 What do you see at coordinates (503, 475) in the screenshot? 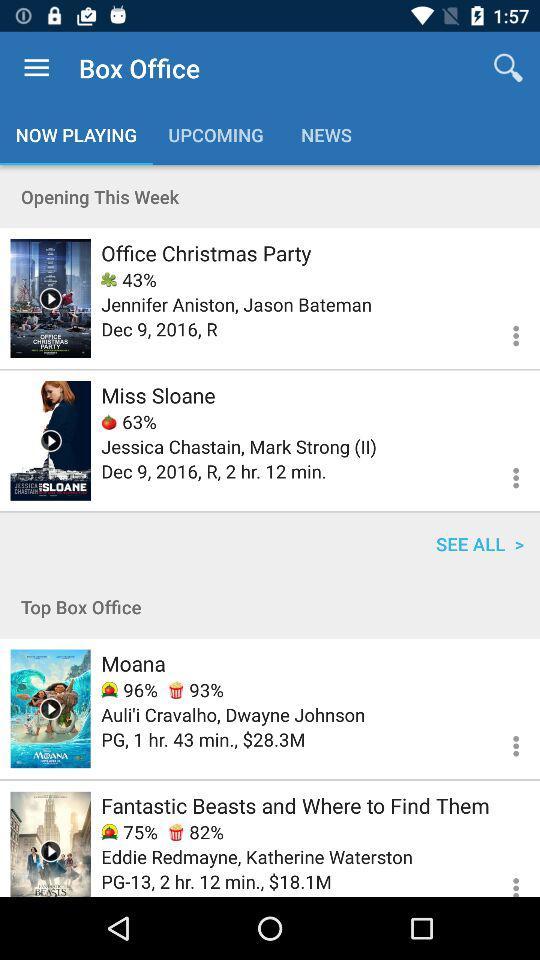
I see `option menu` at bounding box center [503, 475].